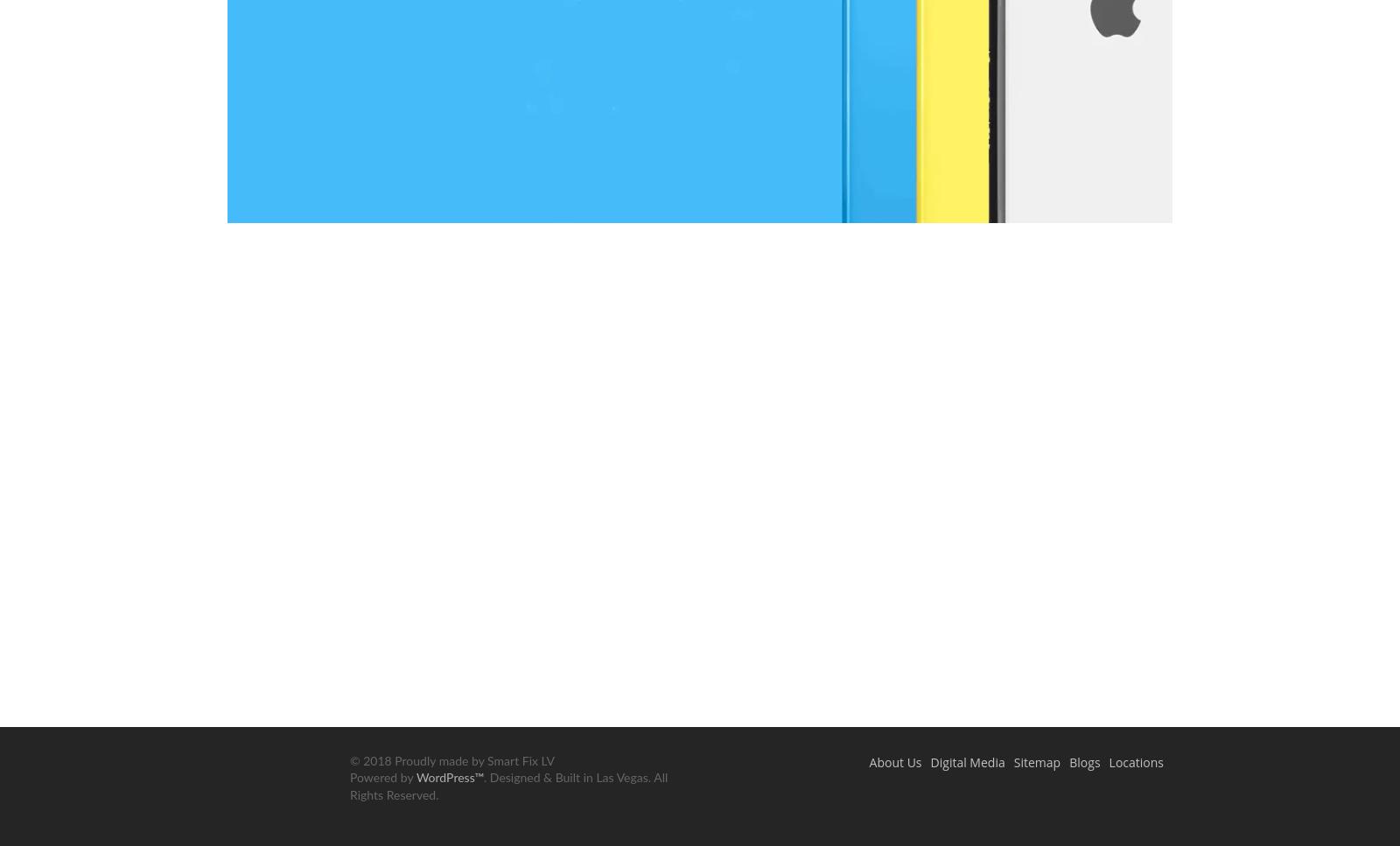 The height and width of the screenshot is (846, 1400). Describe the element at coordinates (451, 760) in the screenshot. I see `'© 2018 Proudly made by Smart Fix LV'` at that location.